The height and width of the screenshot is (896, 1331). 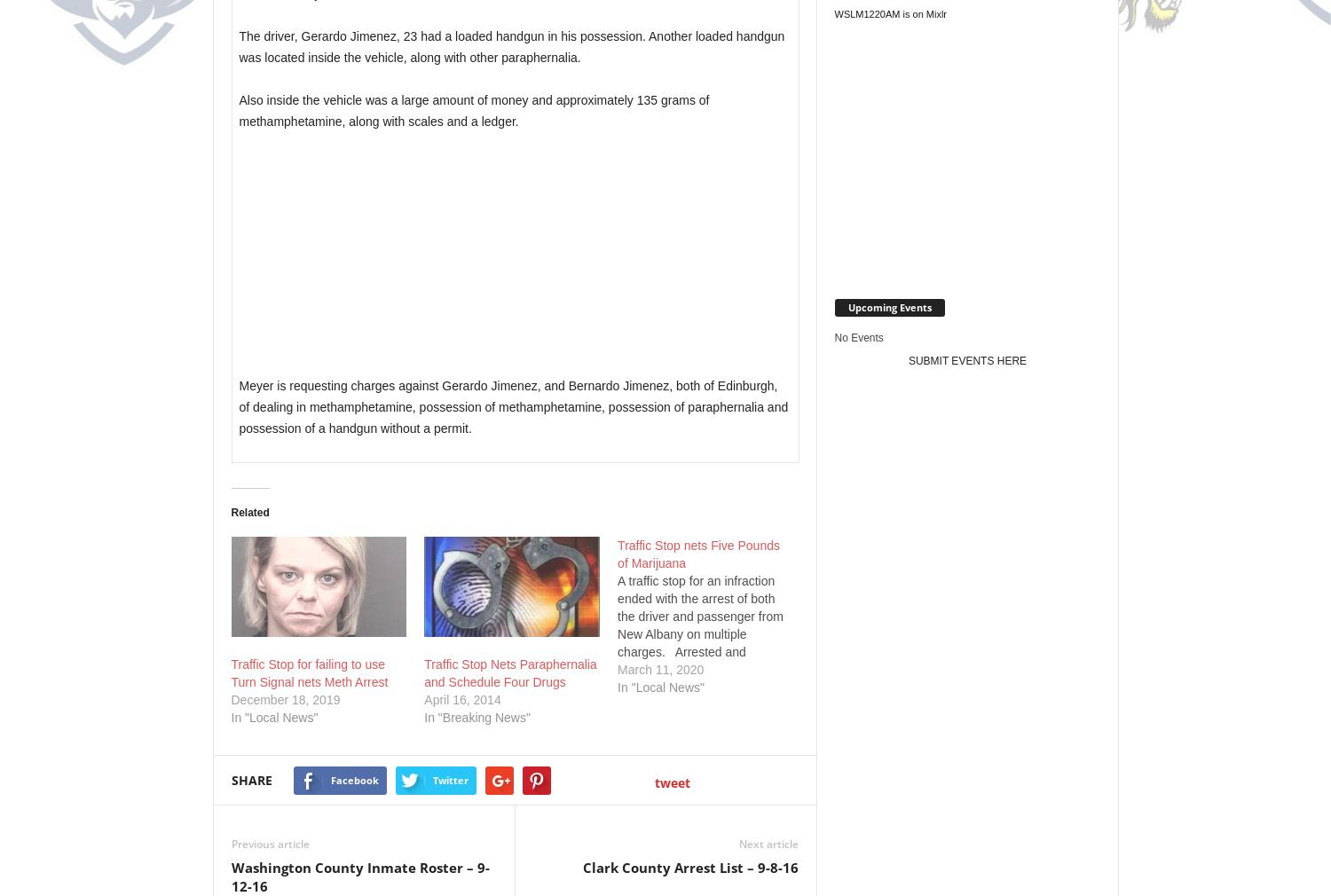 What do you see at coordinates (689, 867) in the screenshot?
I see `'Clark County Arrest List – 9-8-16'` at bounding box center [689, 867].